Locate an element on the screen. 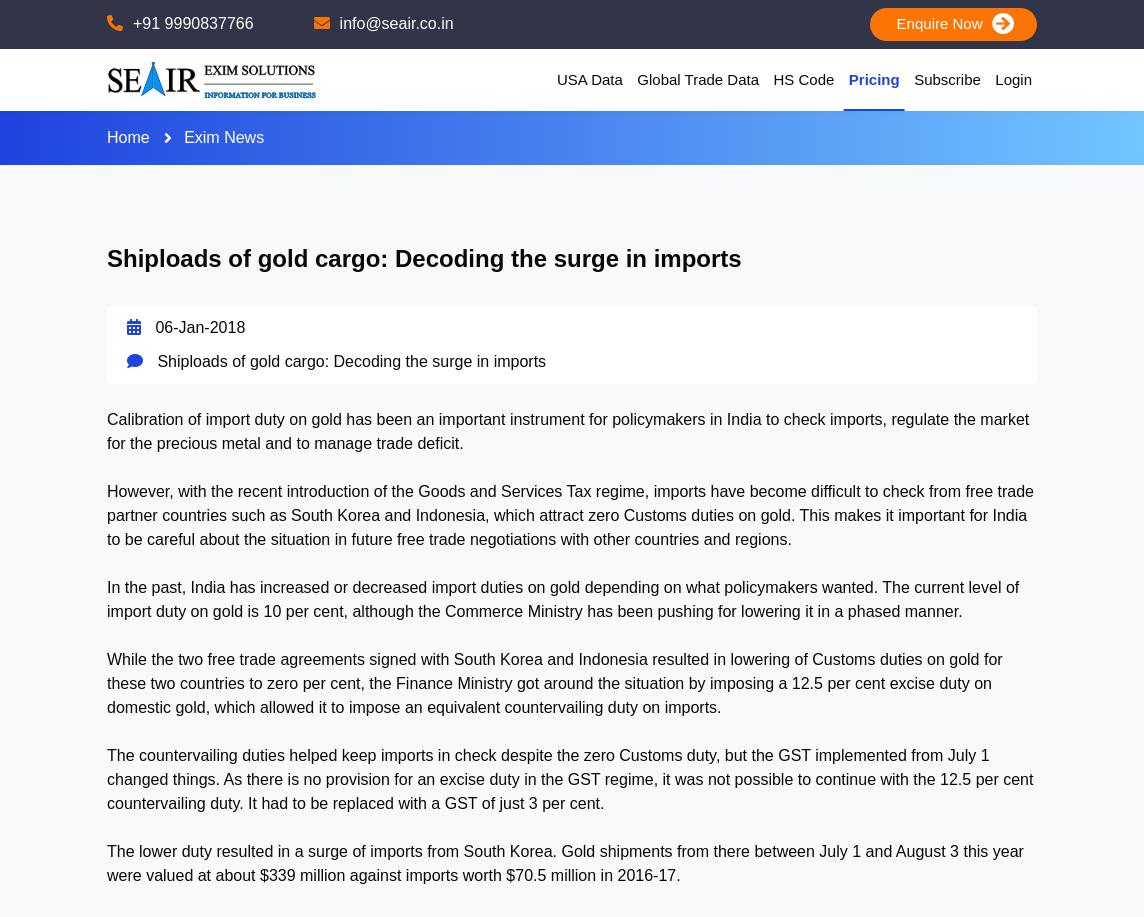 The image size is (1144, 917). 'Login' is located at coordinates (1012, 77).